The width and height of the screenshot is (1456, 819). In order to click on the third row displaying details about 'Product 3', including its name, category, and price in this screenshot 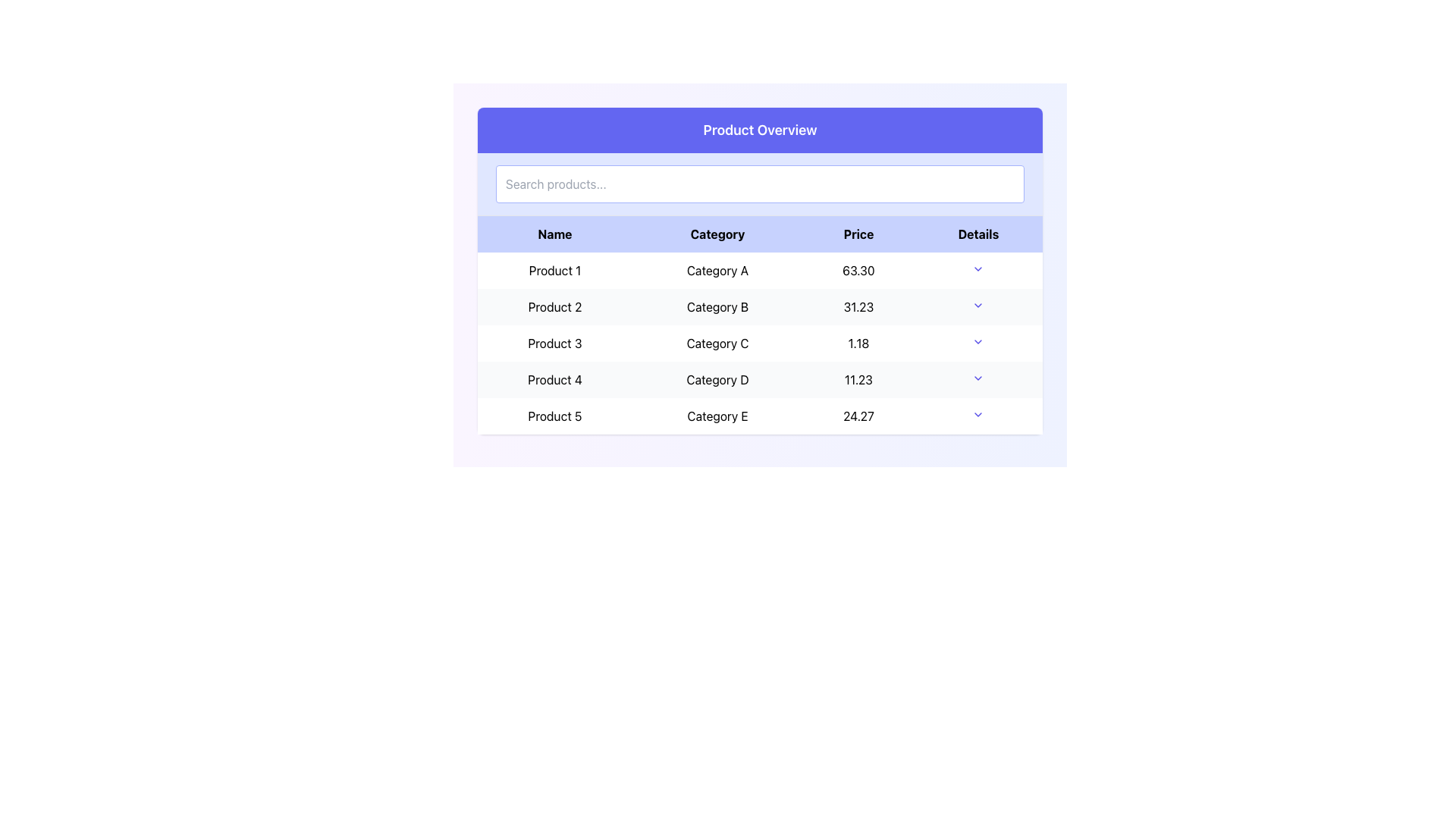, I will do `click(760, 343)`.